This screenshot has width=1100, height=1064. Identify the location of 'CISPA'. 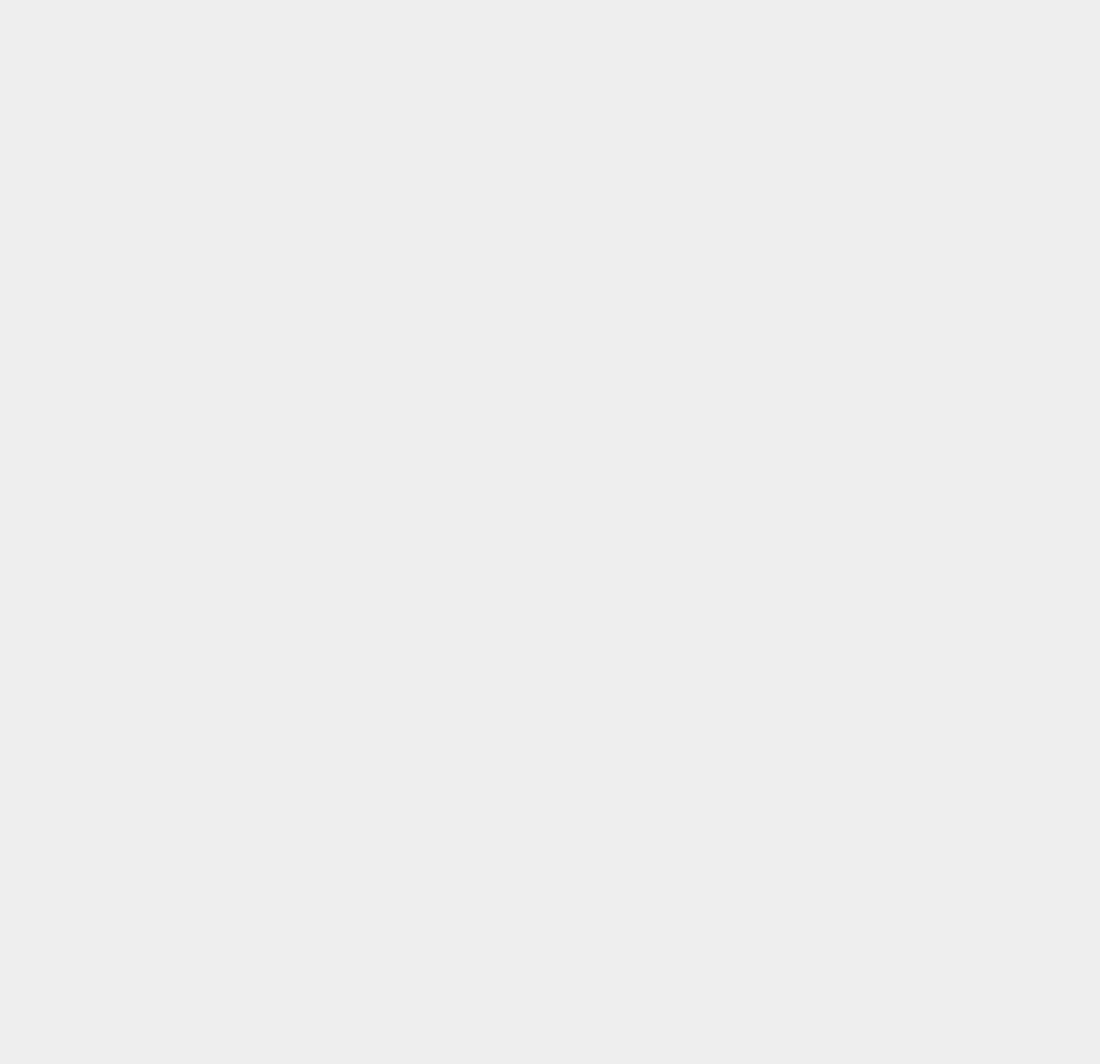
(796, 573).